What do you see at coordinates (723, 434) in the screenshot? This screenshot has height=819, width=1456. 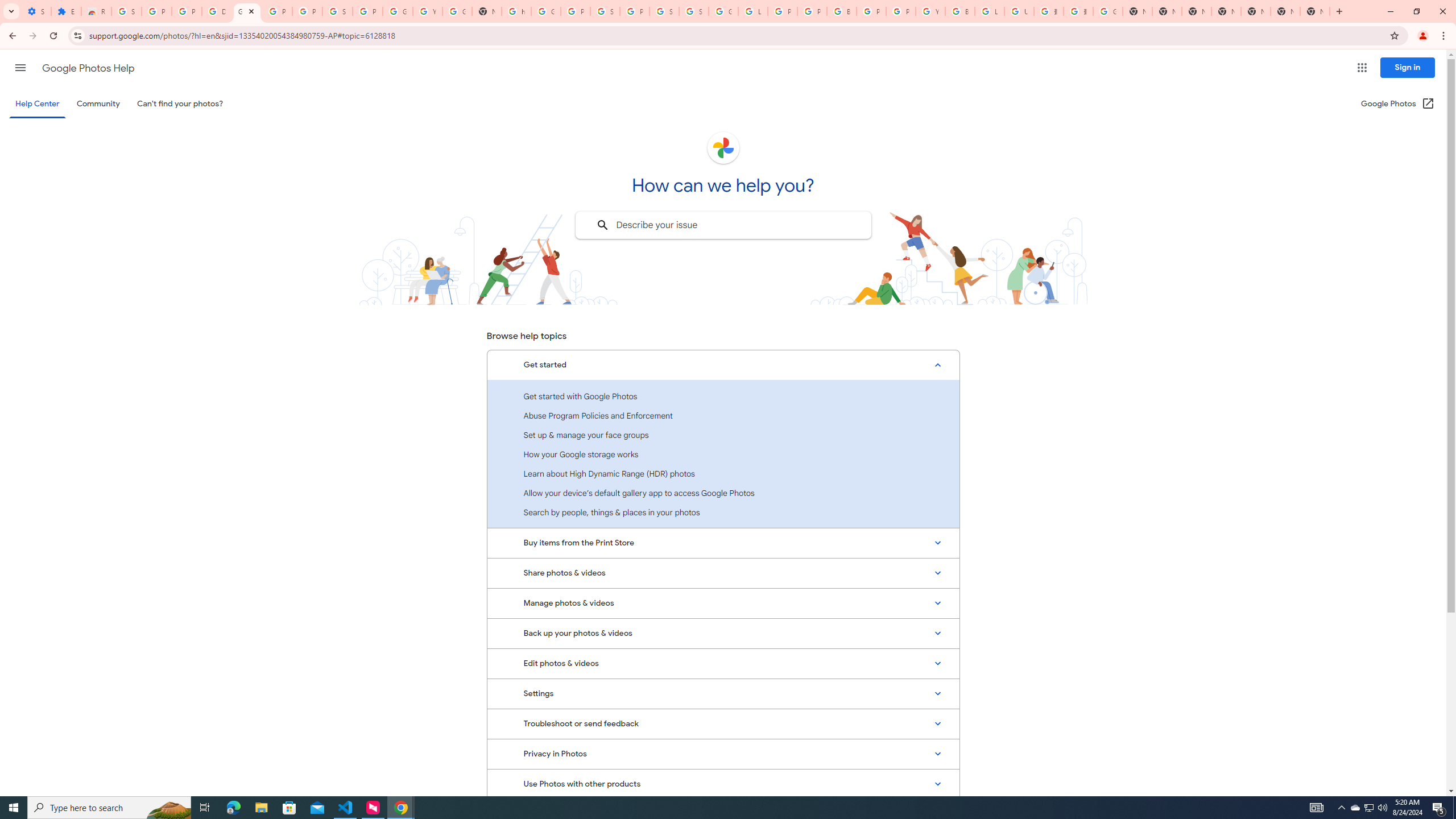 I see `'Set up & manage your face groups'` at bounding box center [723, 434].